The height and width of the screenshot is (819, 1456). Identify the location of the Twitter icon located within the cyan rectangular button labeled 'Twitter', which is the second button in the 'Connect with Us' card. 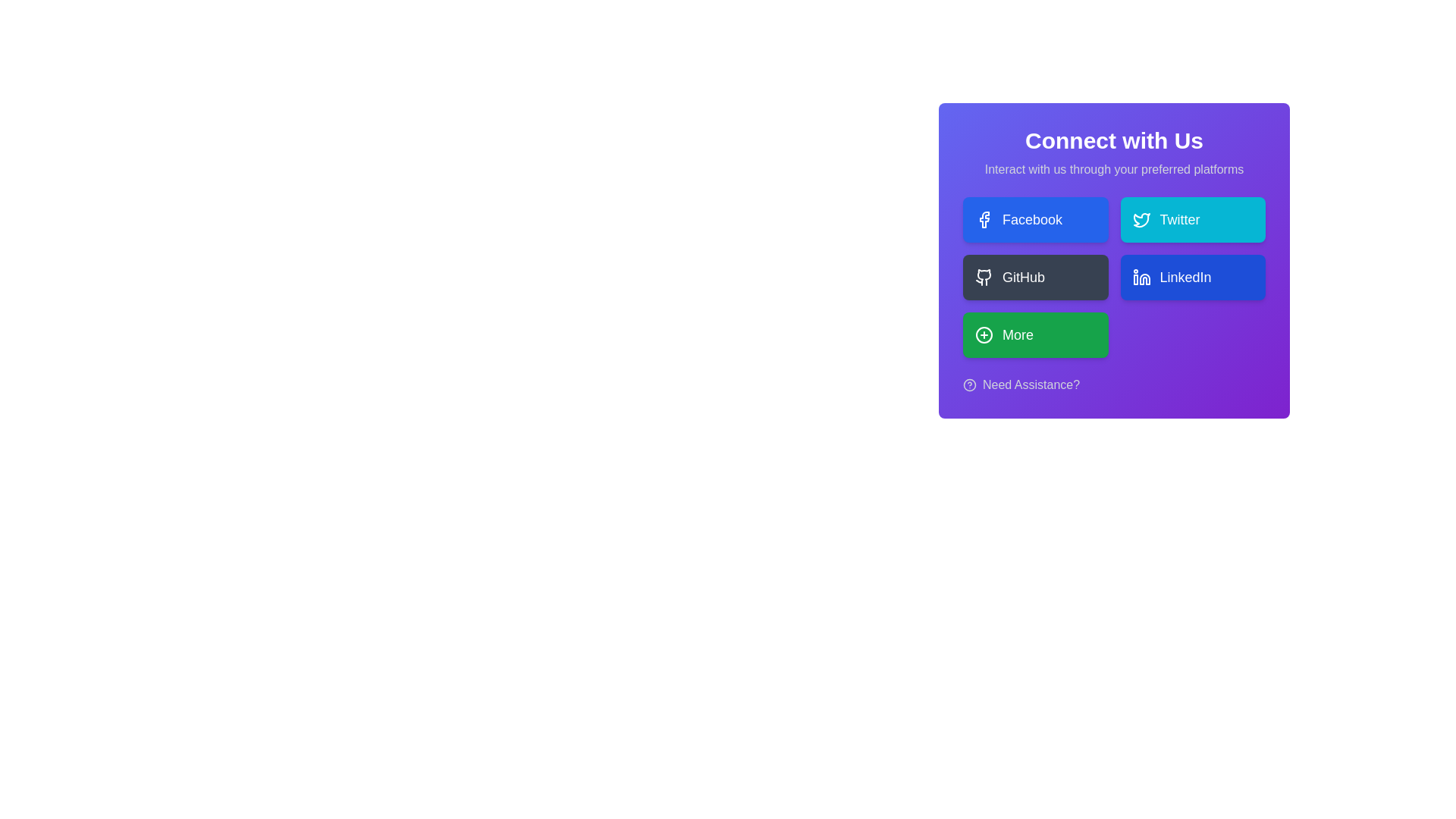
(1141, 219).